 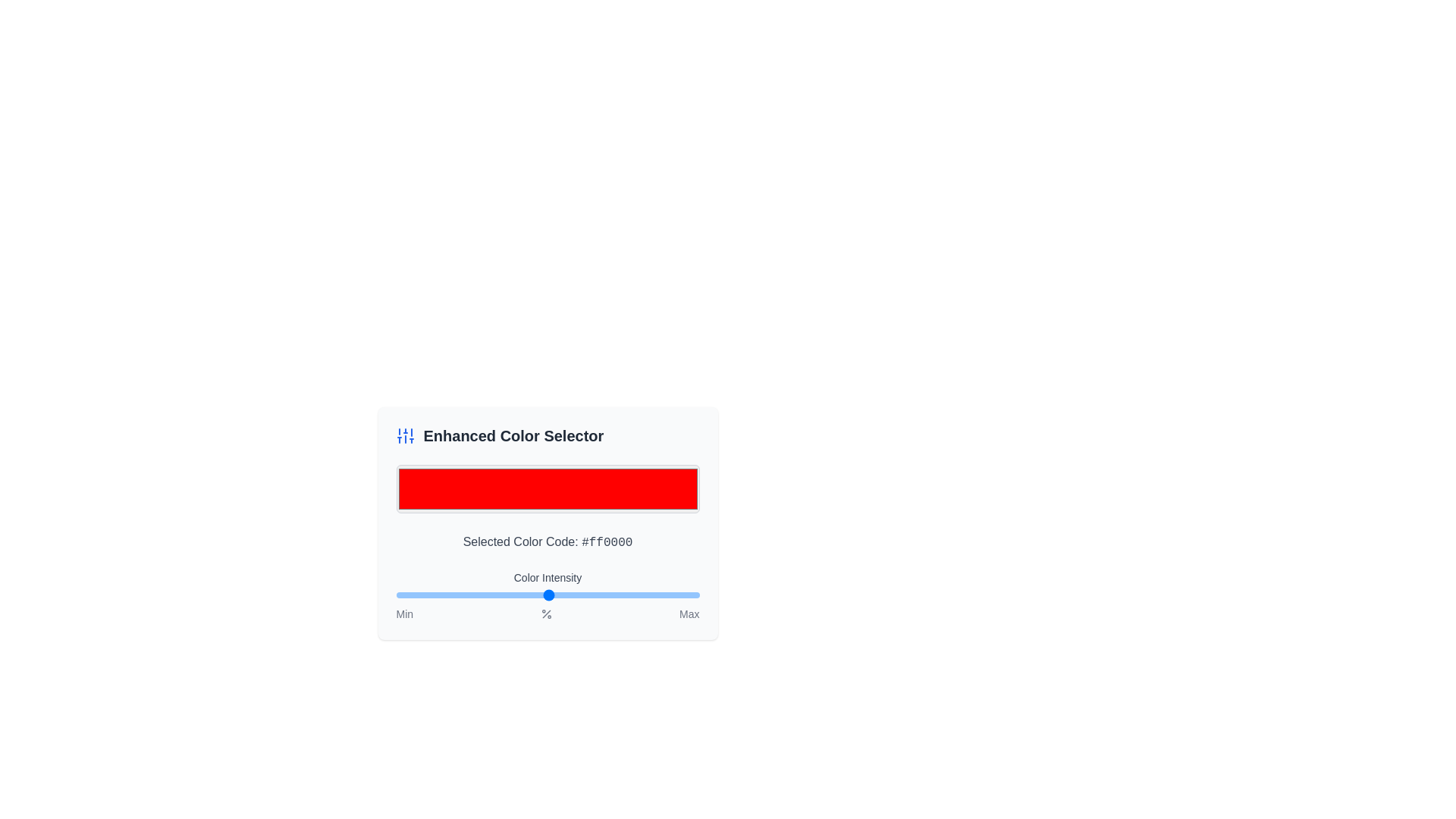 I want to click on the static text label displaying the color code '#ff0000', which is part of the string 'Selected Color Code: #ff0000' located in the center of the interface, so click(x=607, y=542).